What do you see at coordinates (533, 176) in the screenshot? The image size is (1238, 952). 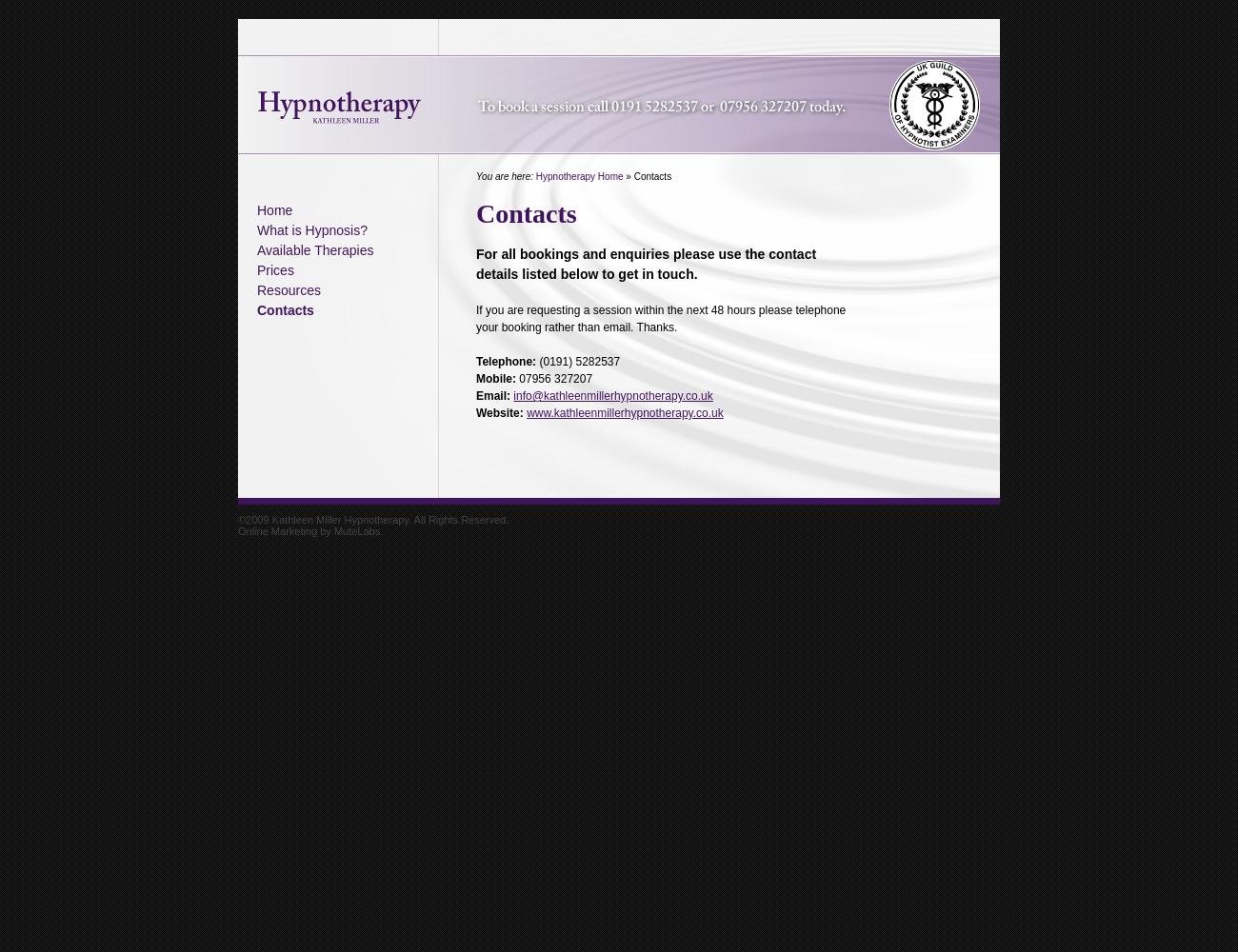 I see `'Hypnotherapy Home'` at bounding box center [533, 176].